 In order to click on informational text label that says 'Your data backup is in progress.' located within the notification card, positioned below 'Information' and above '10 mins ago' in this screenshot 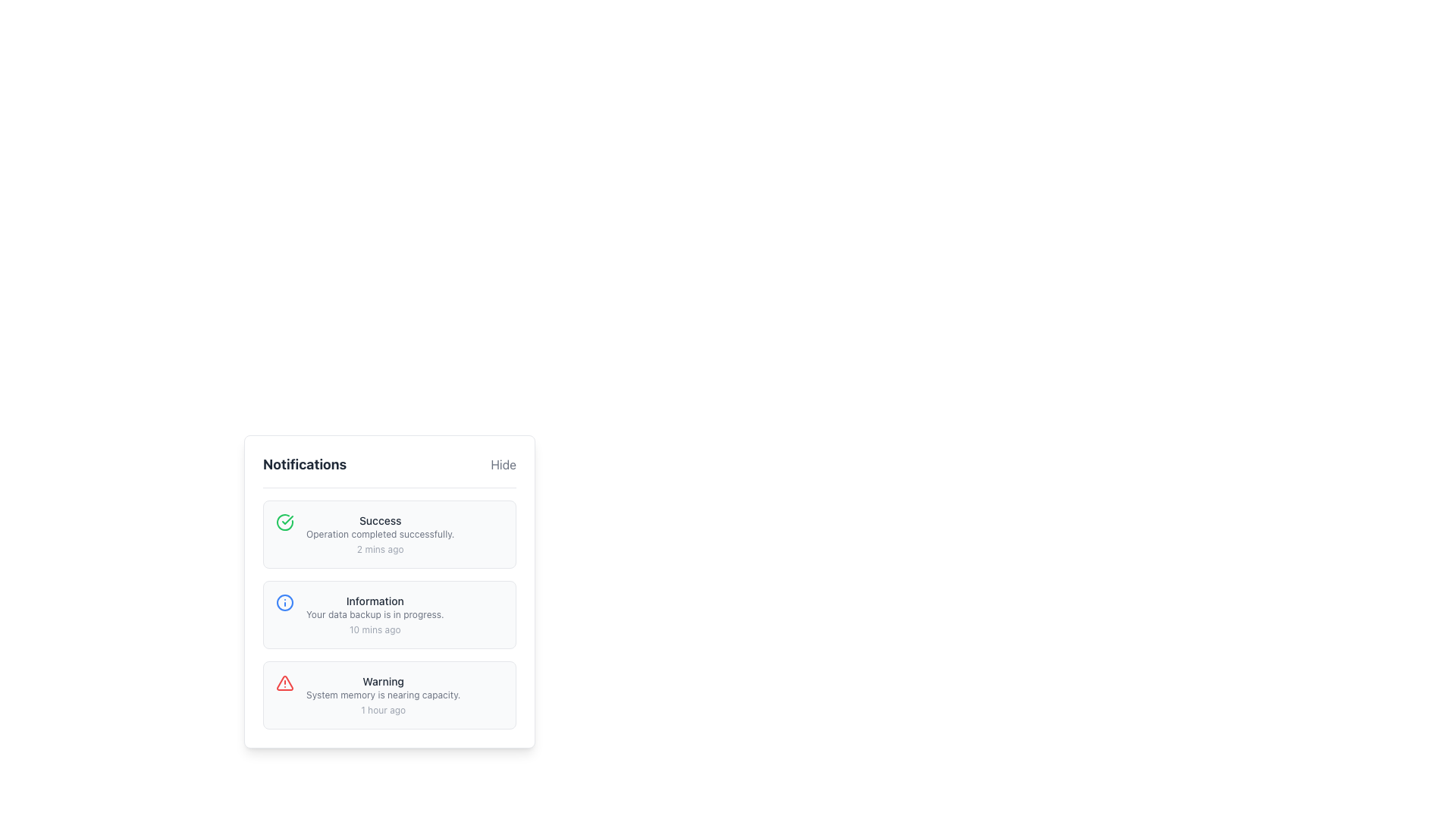, I will do `click(375, 614)`.